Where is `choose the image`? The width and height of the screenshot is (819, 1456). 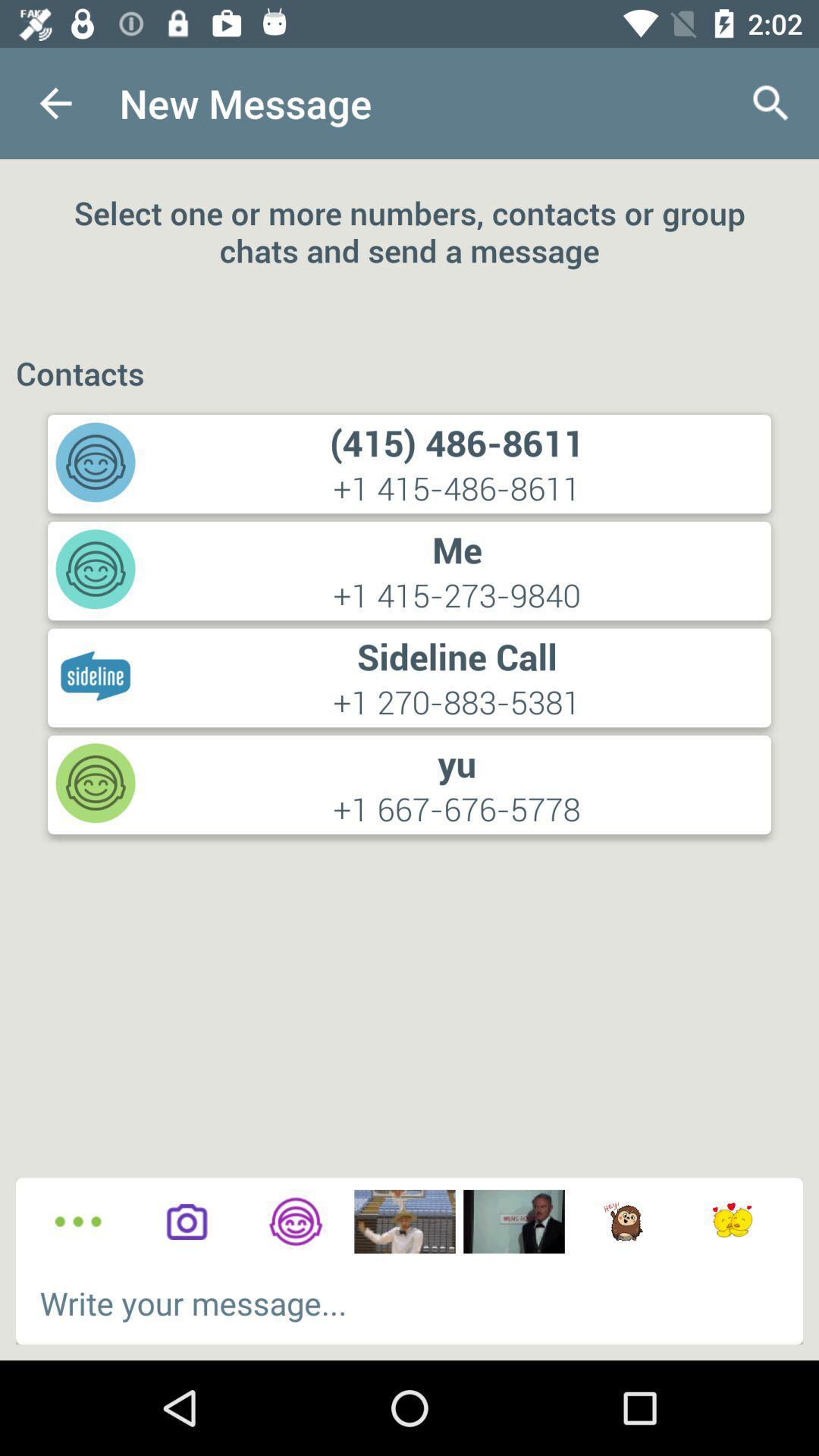 choose the image is located at coordinates (403, 1222).